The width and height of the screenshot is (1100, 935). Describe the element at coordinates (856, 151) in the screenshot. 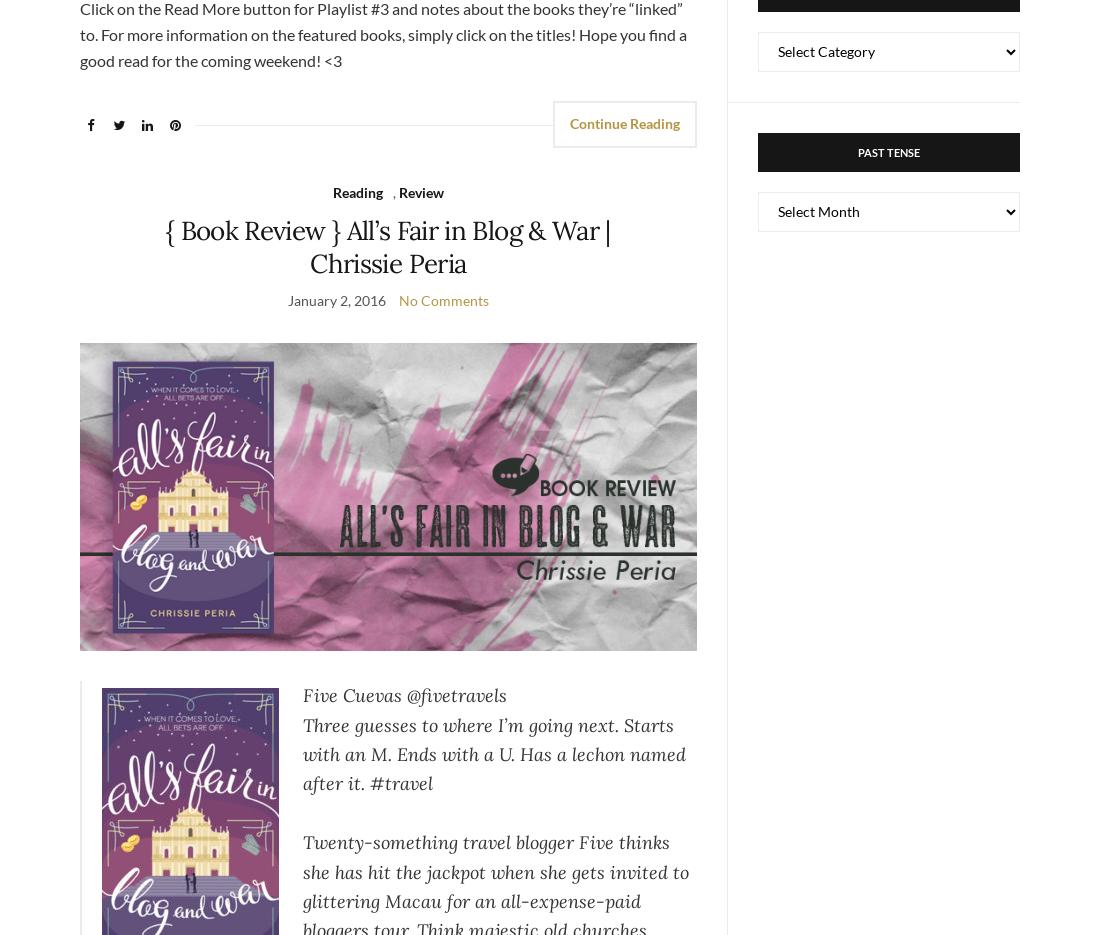

I see `'PAST TENSE'` at that location.